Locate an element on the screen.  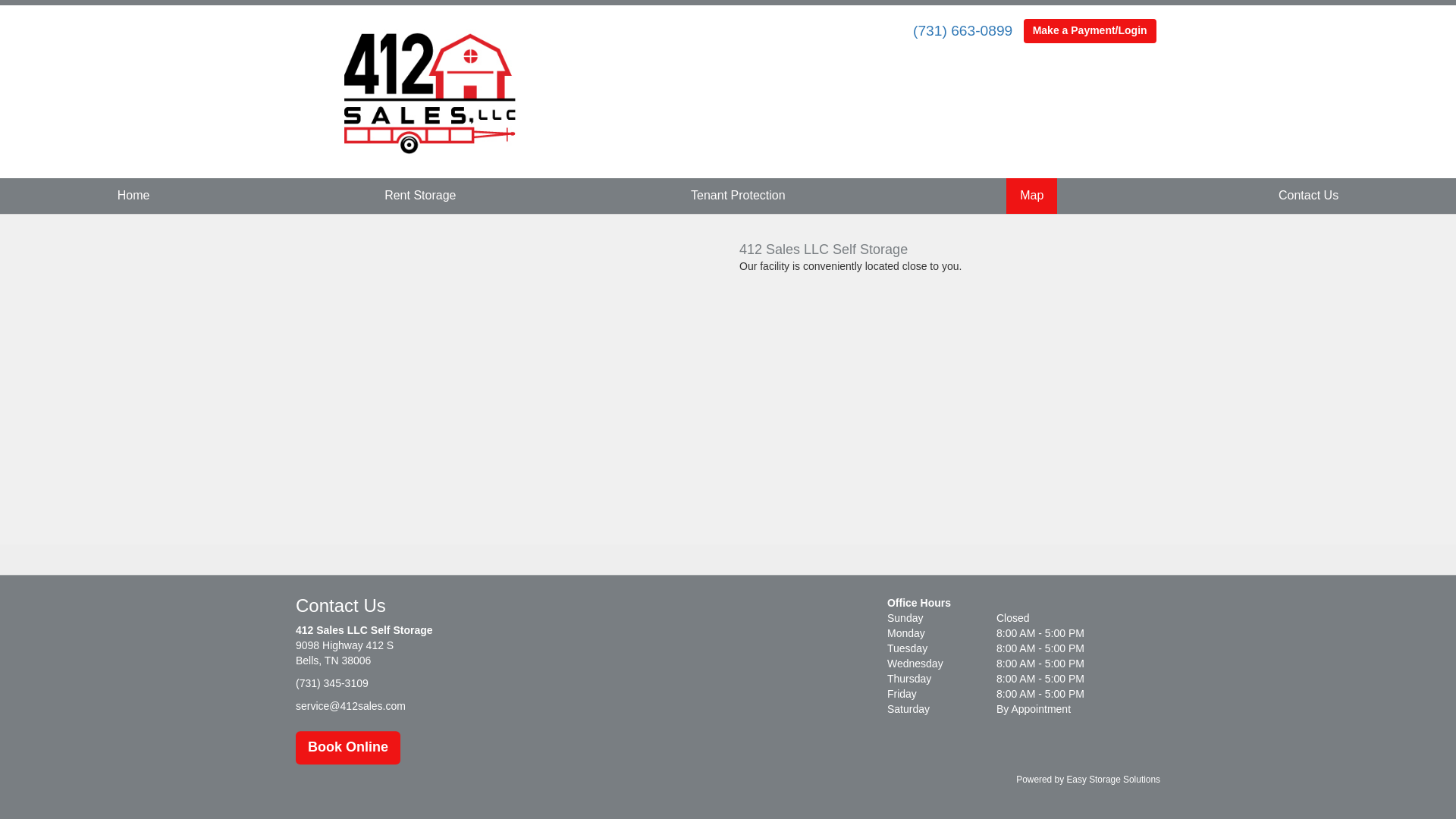
'service@412sales.com' is located at coordinates (350, 705).